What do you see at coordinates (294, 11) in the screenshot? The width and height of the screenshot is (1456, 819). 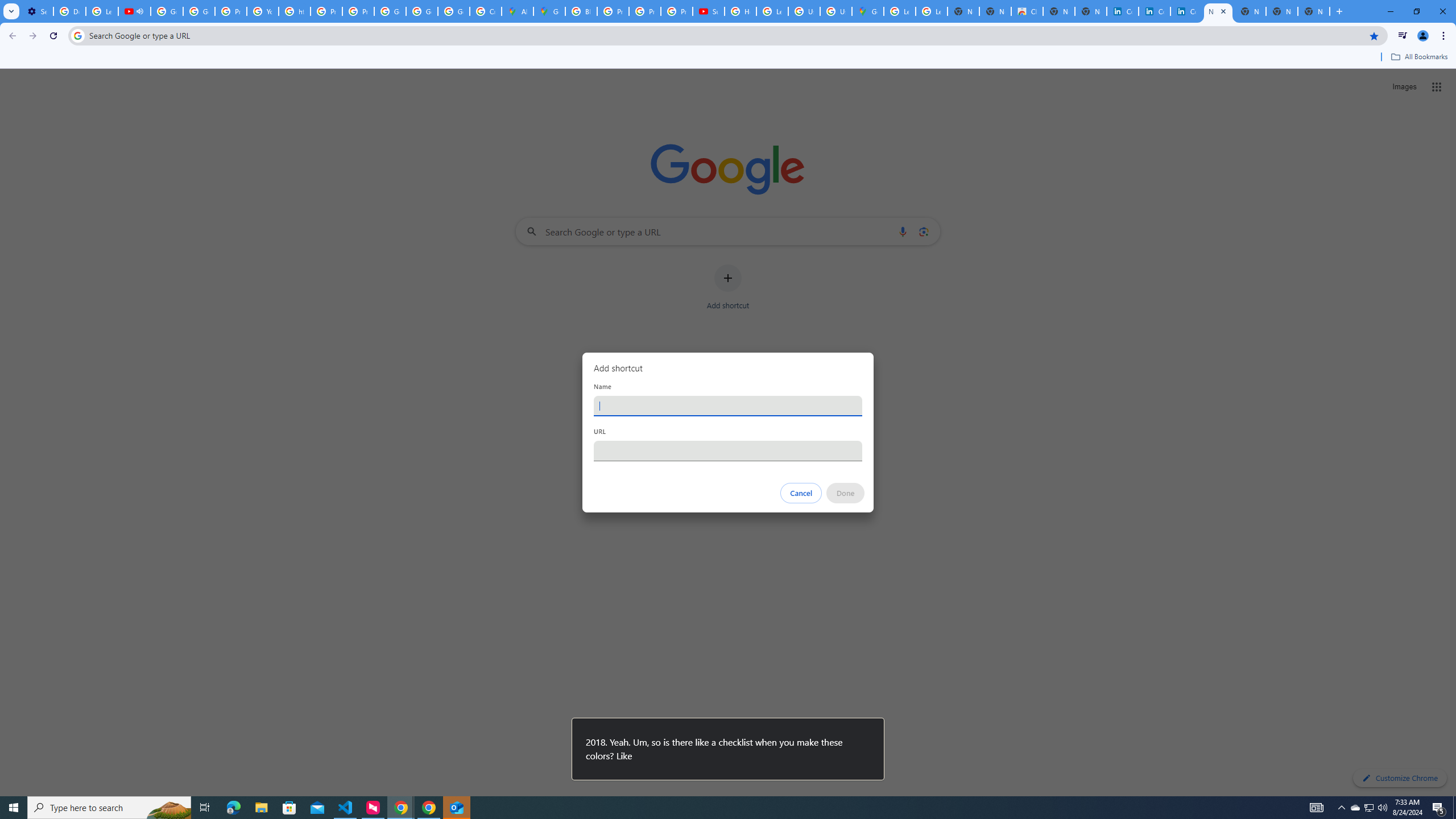 I see `'https://scholar.google.com/'` at bounding box center [294, 11].